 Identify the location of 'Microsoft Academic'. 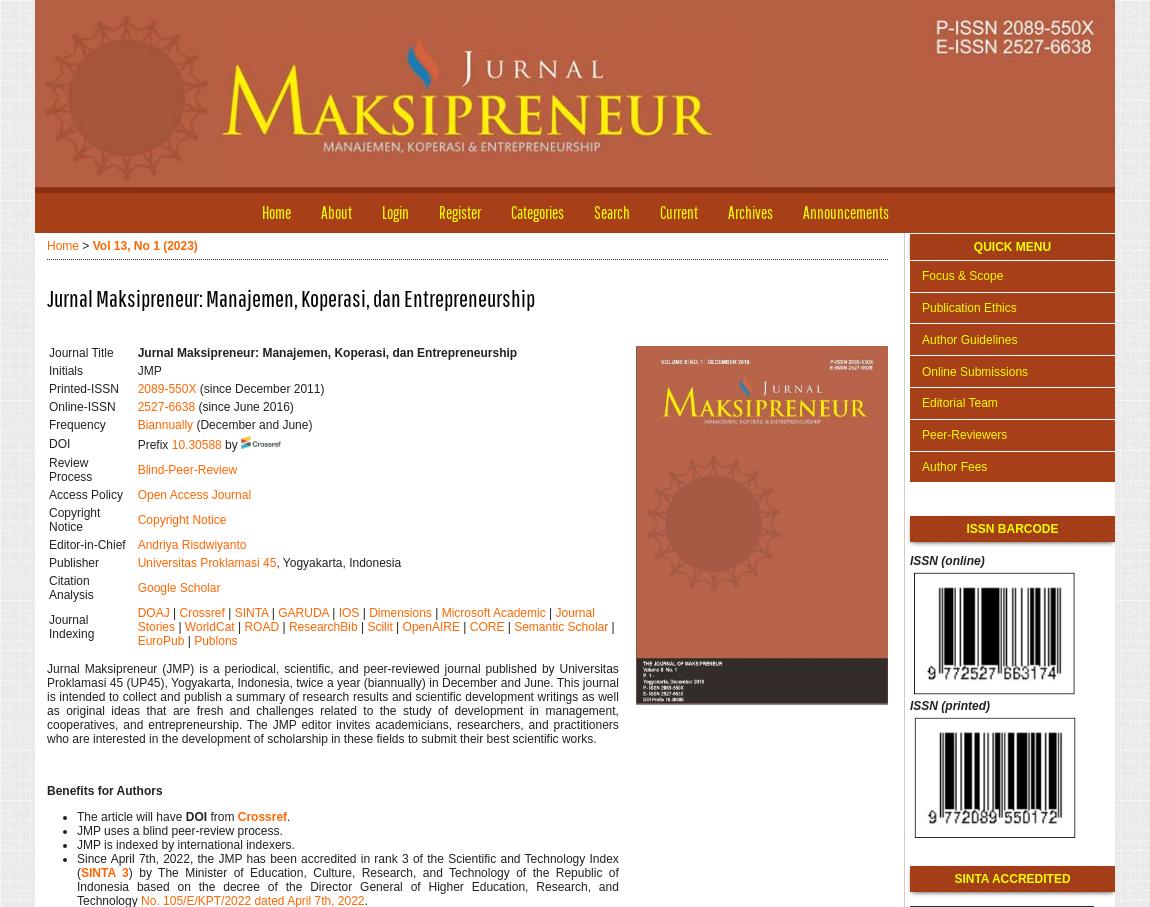
(493, 612).